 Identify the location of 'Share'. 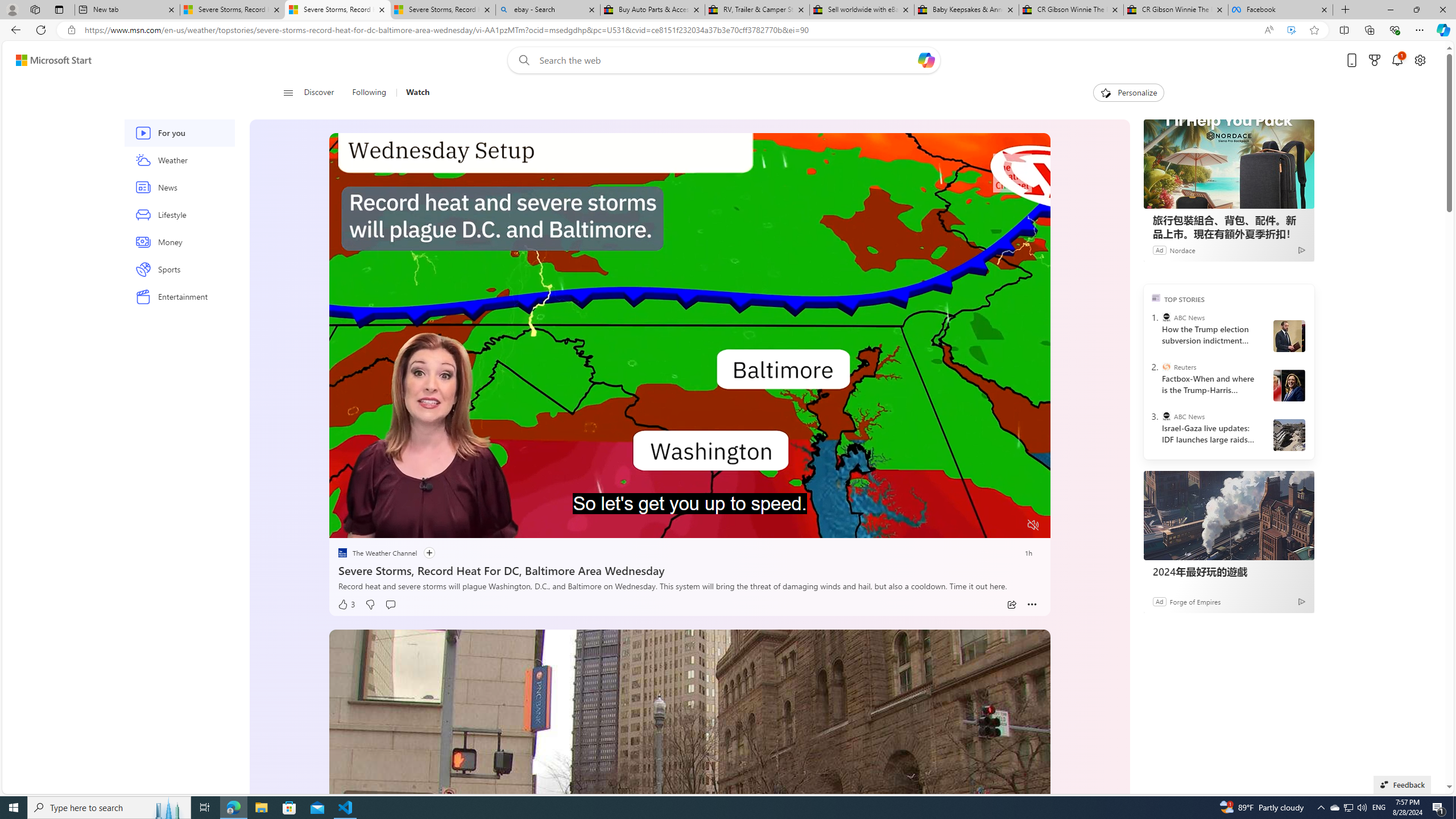
(1011, 604).